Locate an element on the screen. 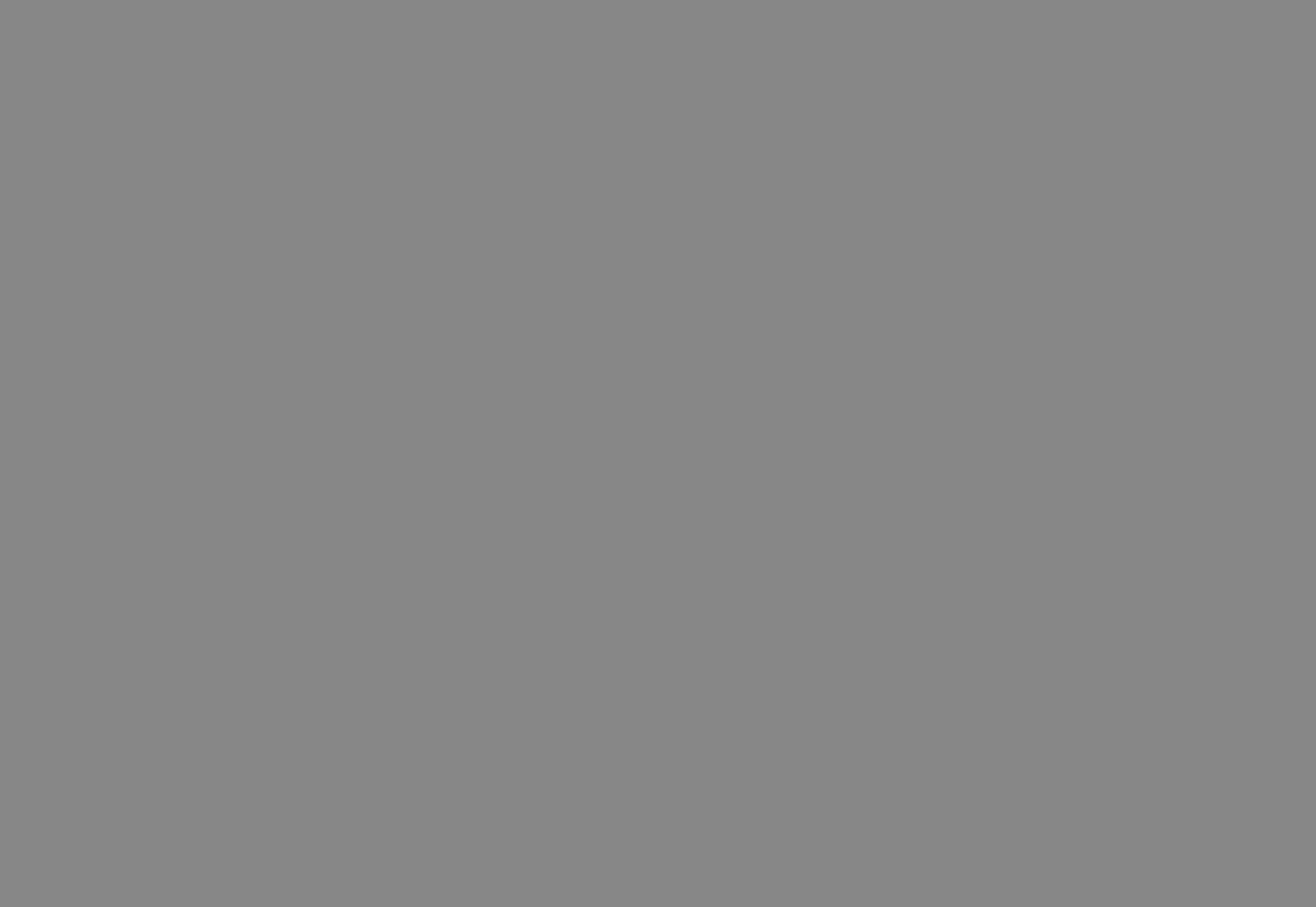 The image size is (1316, 907). 'EnerLyzer Live Handout' is located at coordinates (777, 430).